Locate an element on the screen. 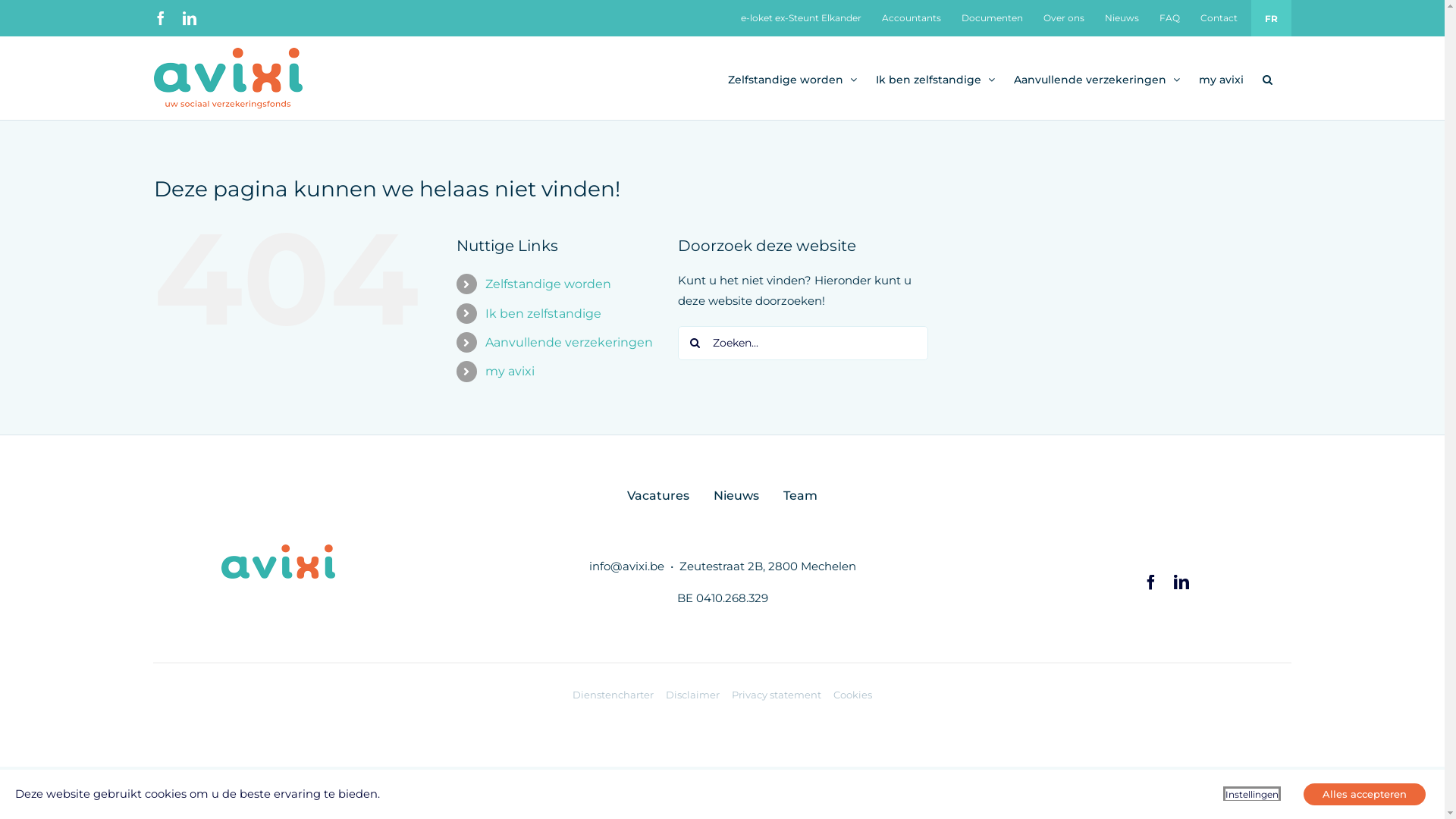  'Zelfstandige worden' is located at coordinates (548, 284).